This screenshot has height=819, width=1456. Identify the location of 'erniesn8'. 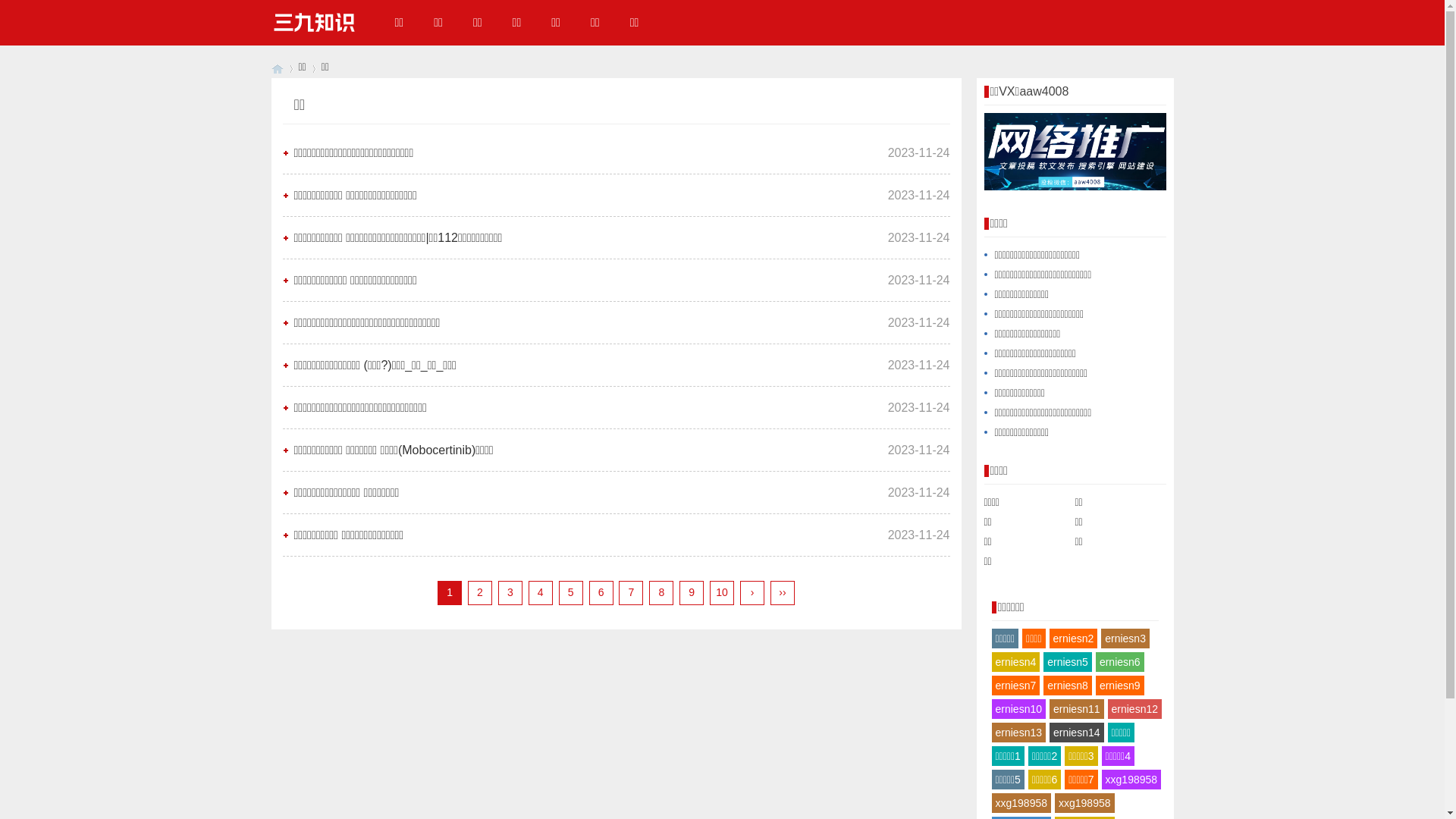
(1066, 685).